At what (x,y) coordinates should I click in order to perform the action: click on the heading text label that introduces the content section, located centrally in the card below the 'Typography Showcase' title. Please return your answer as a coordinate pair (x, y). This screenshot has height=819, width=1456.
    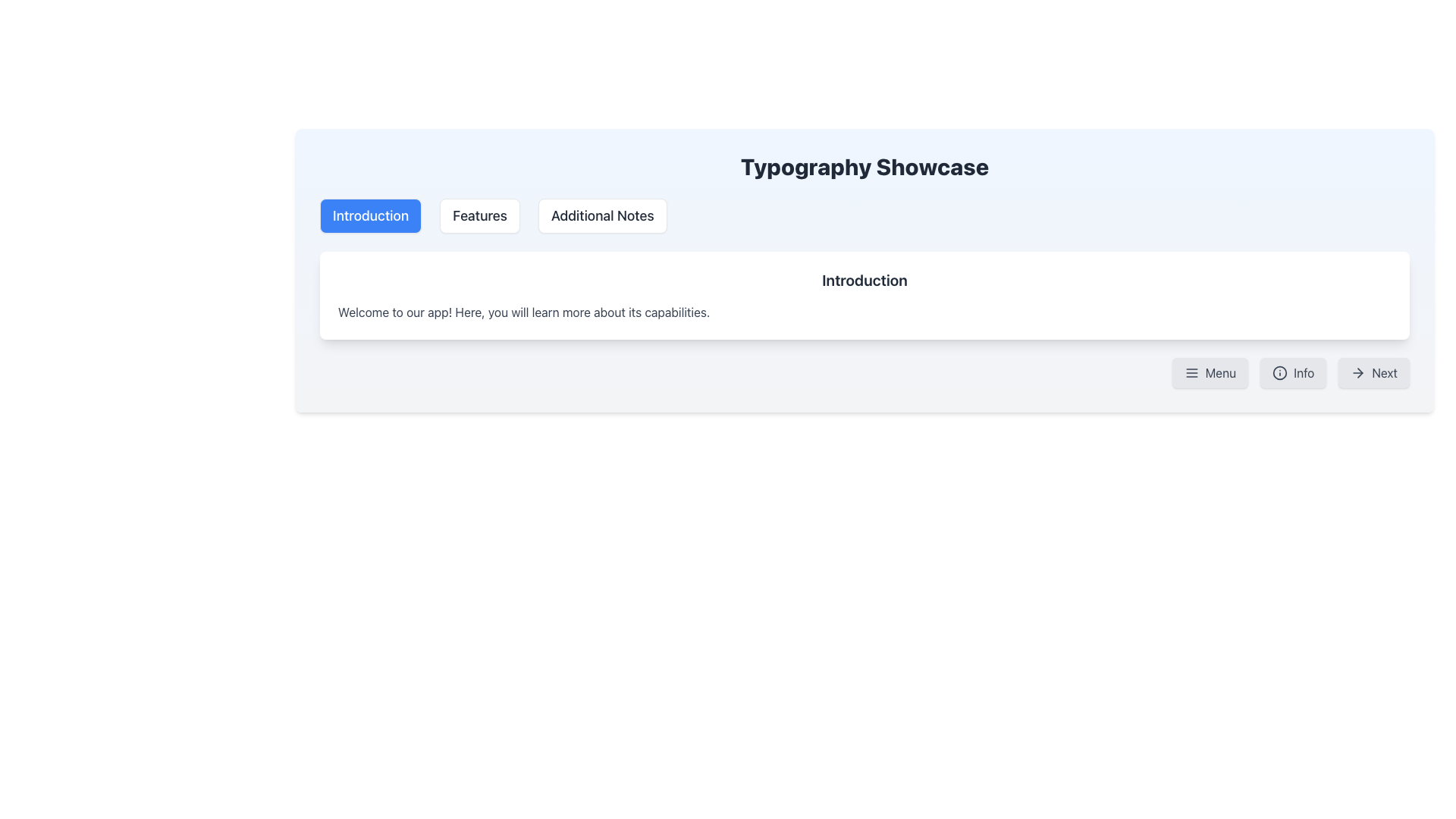
    Looking at the image, I should click on (864, 281).